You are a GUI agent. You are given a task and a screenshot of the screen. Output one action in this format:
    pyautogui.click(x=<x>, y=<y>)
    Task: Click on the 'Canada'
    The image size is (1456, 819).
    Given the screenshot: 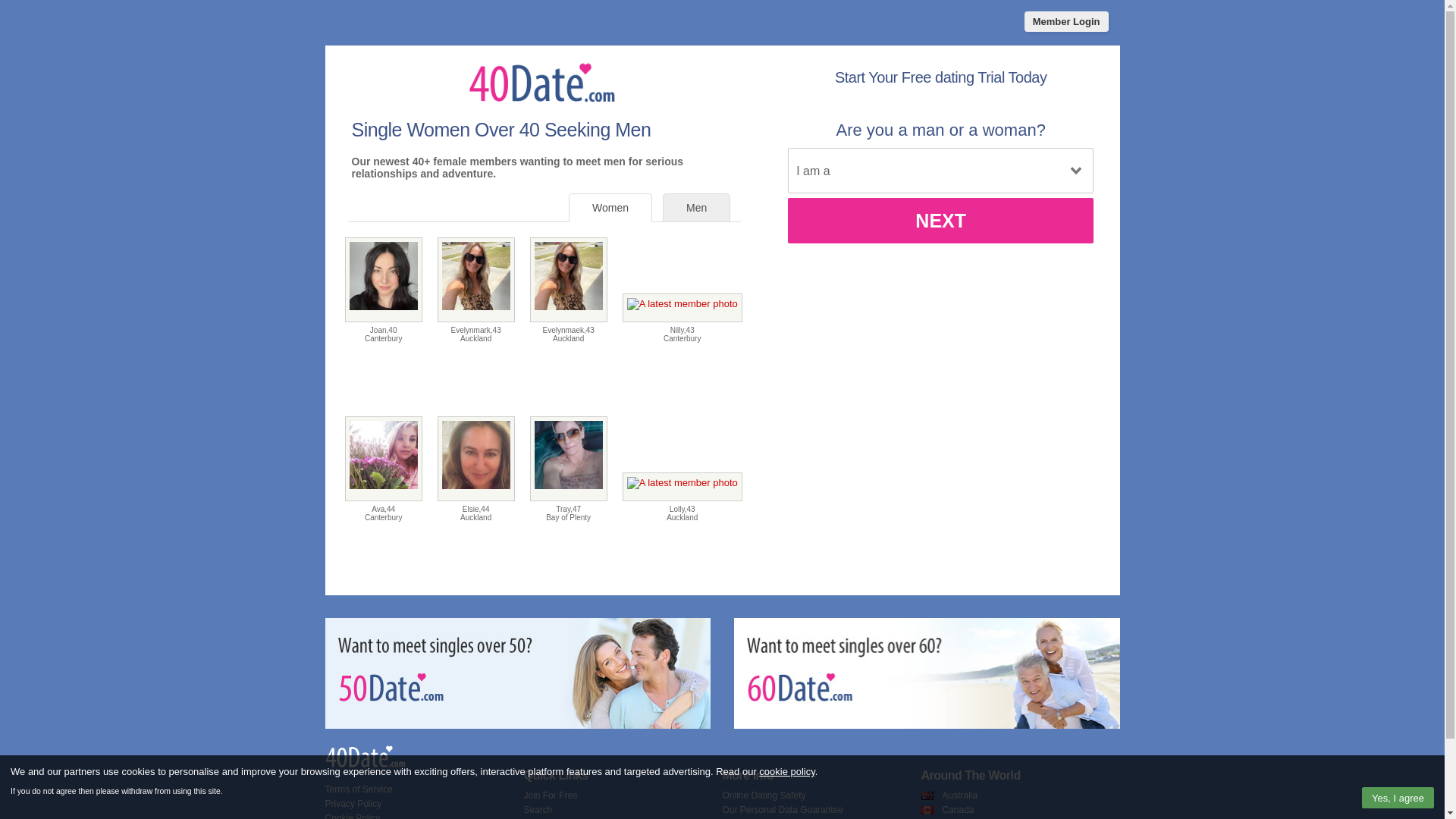 What is the action you would take?
    pyautogui.click(x=956, y=809)
    